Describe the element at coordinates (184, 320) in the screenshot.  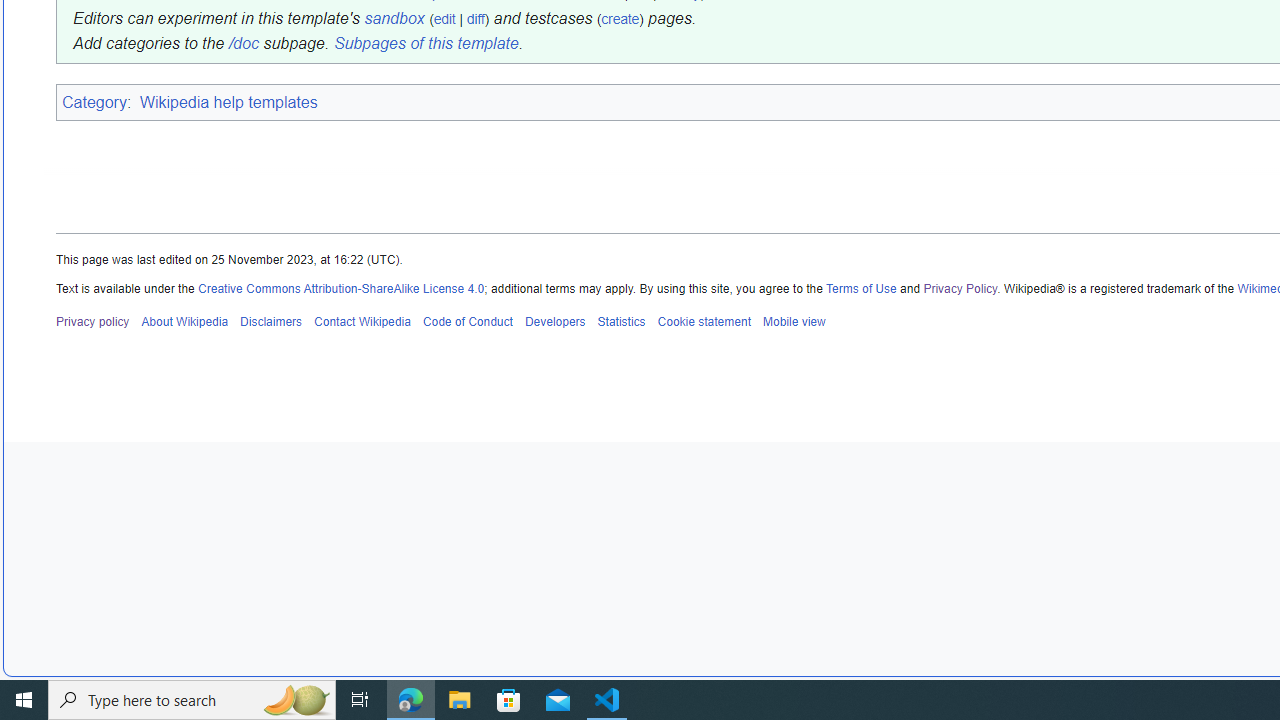
I see `'About Wikipedia'` at that location.